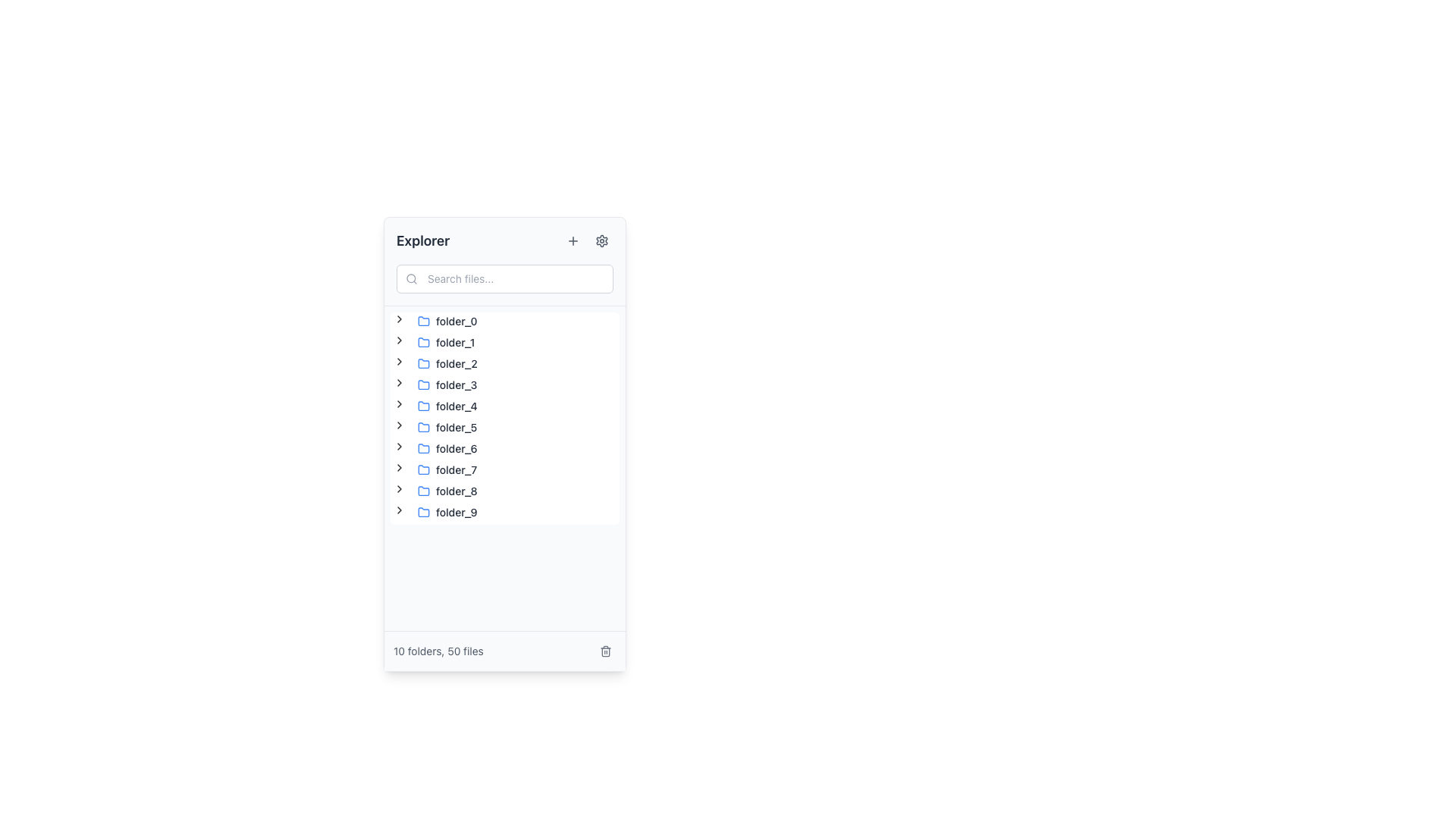  What do you see at coordinates (423, 447) in the screenshot?
I see `the small blue folder icon with a stylized rounded shape and notch on its top edge, located to the left of the text 'folder_6'` at bounding box center [423, 447].